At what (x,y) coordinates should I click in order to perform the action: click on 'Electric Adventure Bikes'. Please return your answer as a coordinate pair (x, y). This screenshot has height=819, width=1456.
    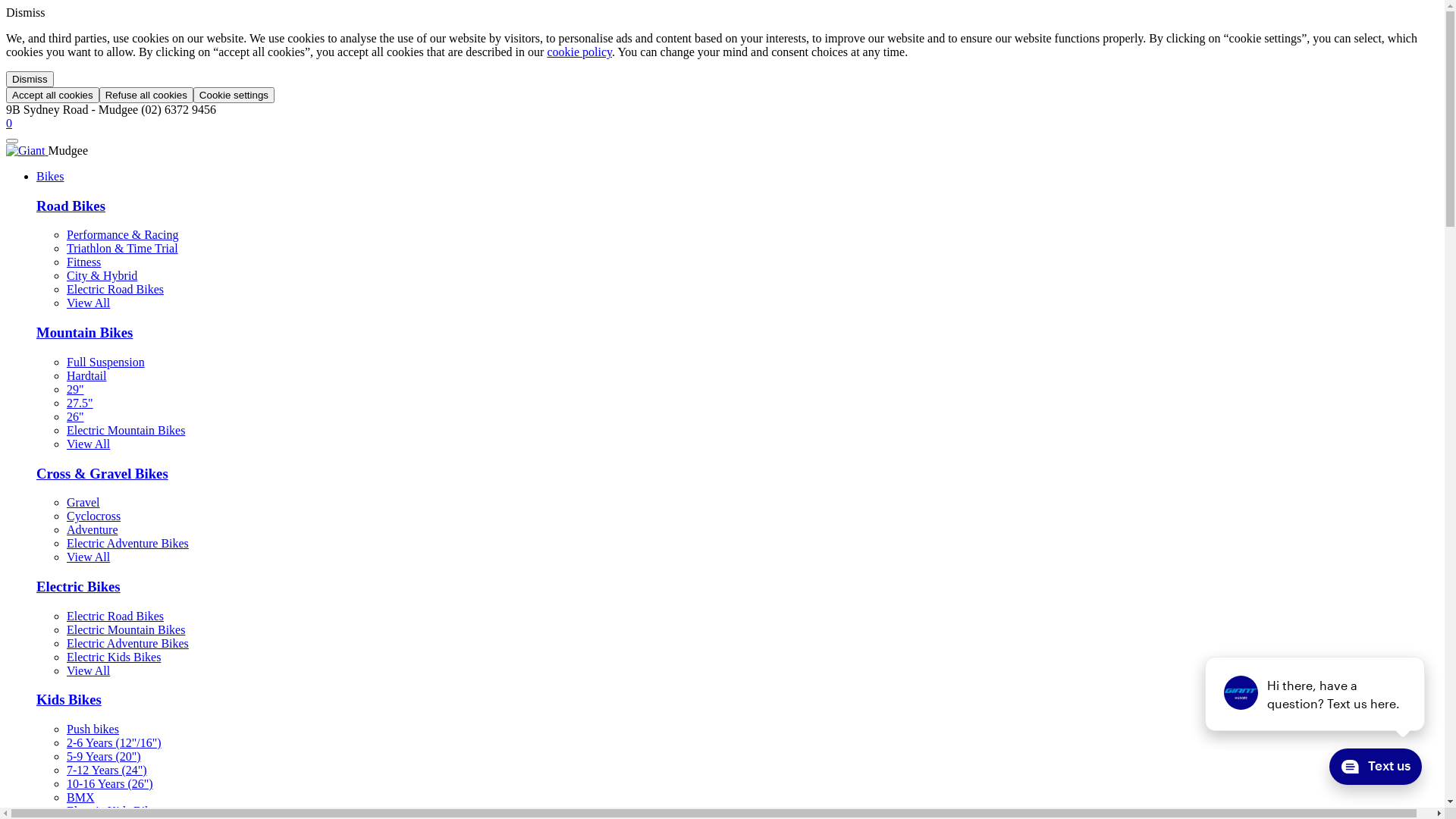
    Looking at the image, I should click on (65, 542).